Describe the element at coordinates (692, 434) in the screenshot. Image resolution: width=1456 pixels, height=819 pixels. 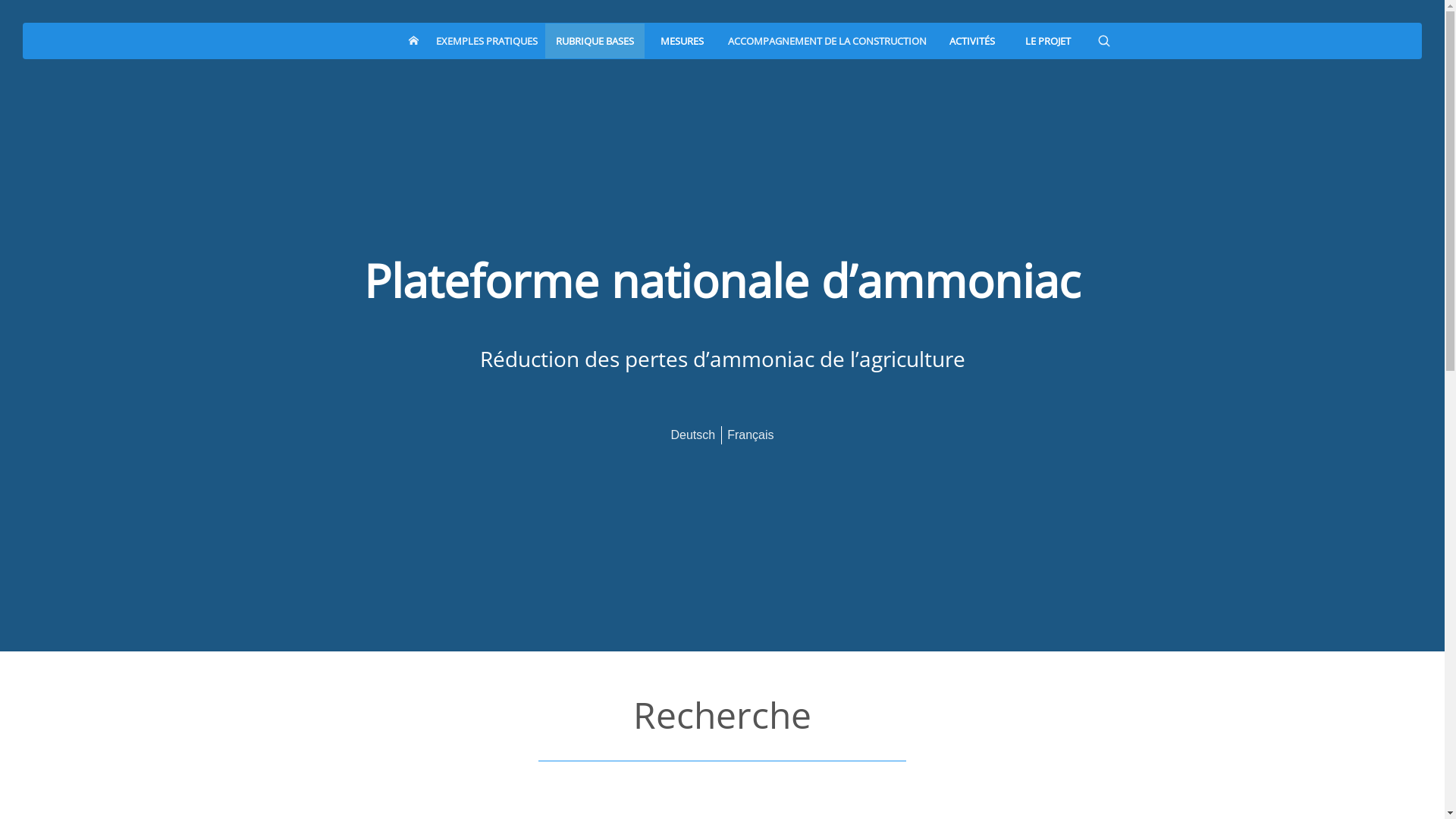
I see `'Deutsch'` at that location.